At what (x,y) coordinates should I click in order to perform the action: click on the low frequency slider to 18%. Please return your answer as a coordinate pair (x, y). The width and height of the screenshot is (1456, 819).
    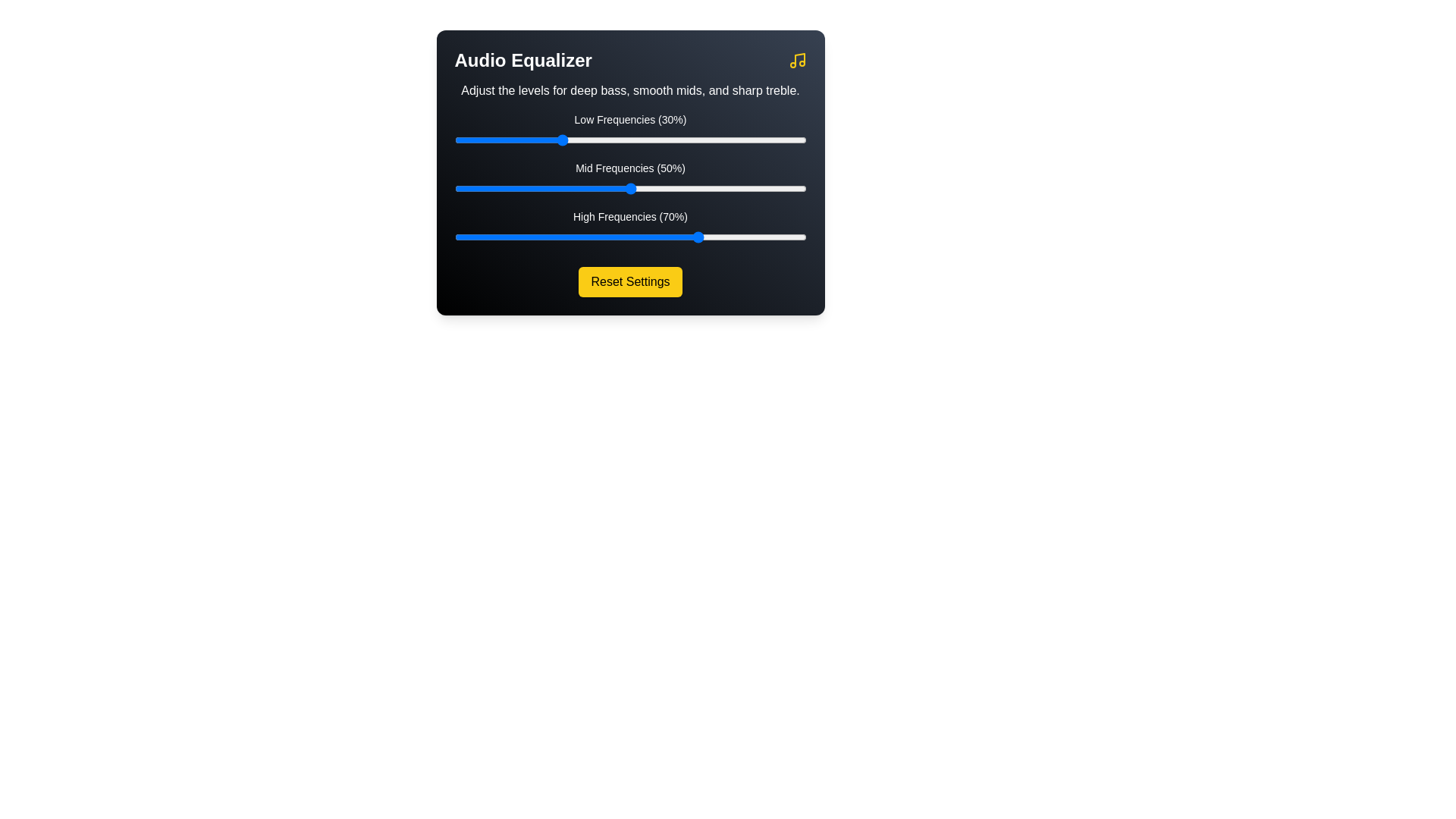
    Looking at the image, I should click on (517, 140).